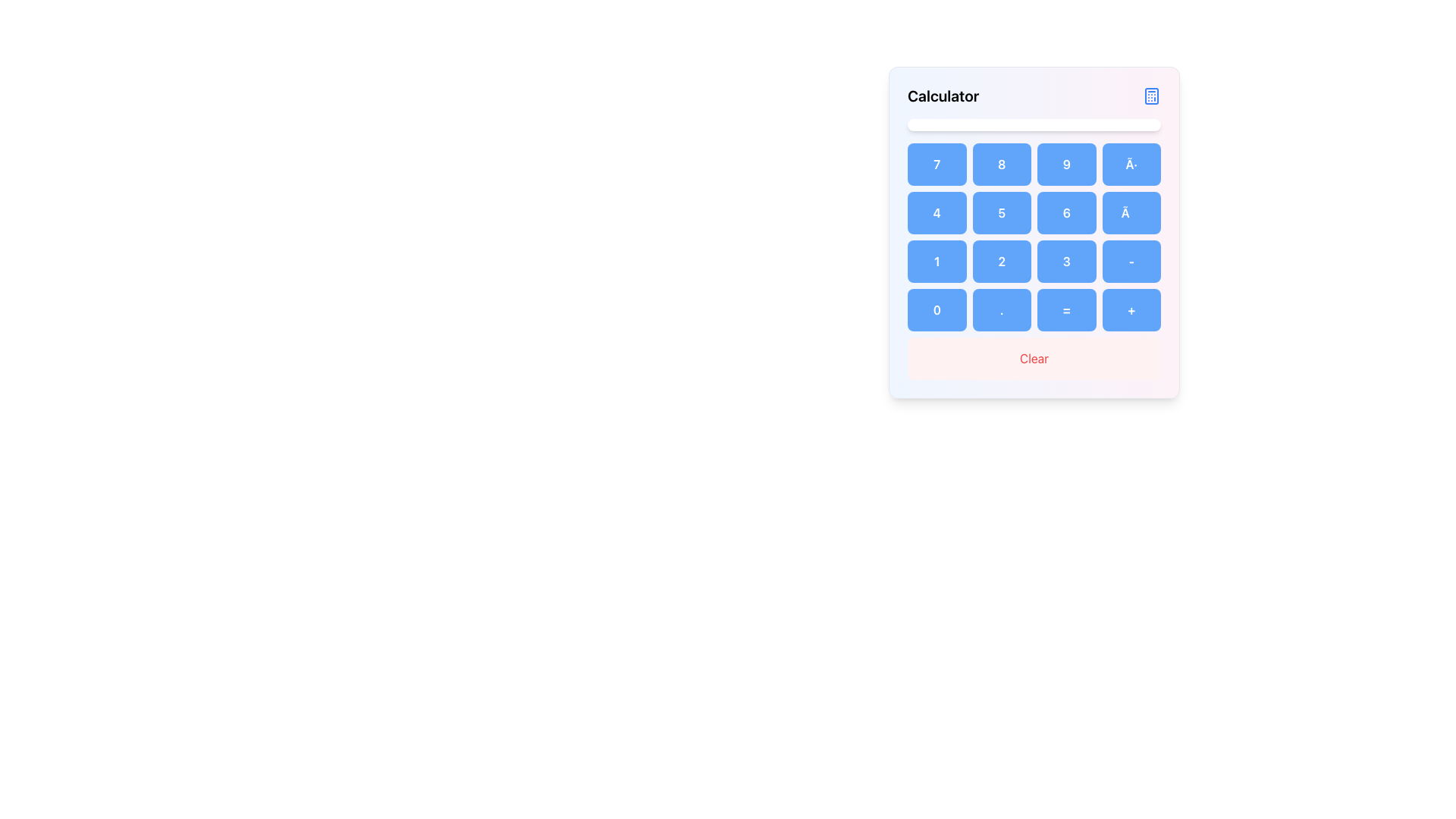  What do you see at coordinates (943, 96) in the screenshot?
I see `the bold 'Calculator' text label located at the top left of the calculator interface` at bounding box center [943, 96].